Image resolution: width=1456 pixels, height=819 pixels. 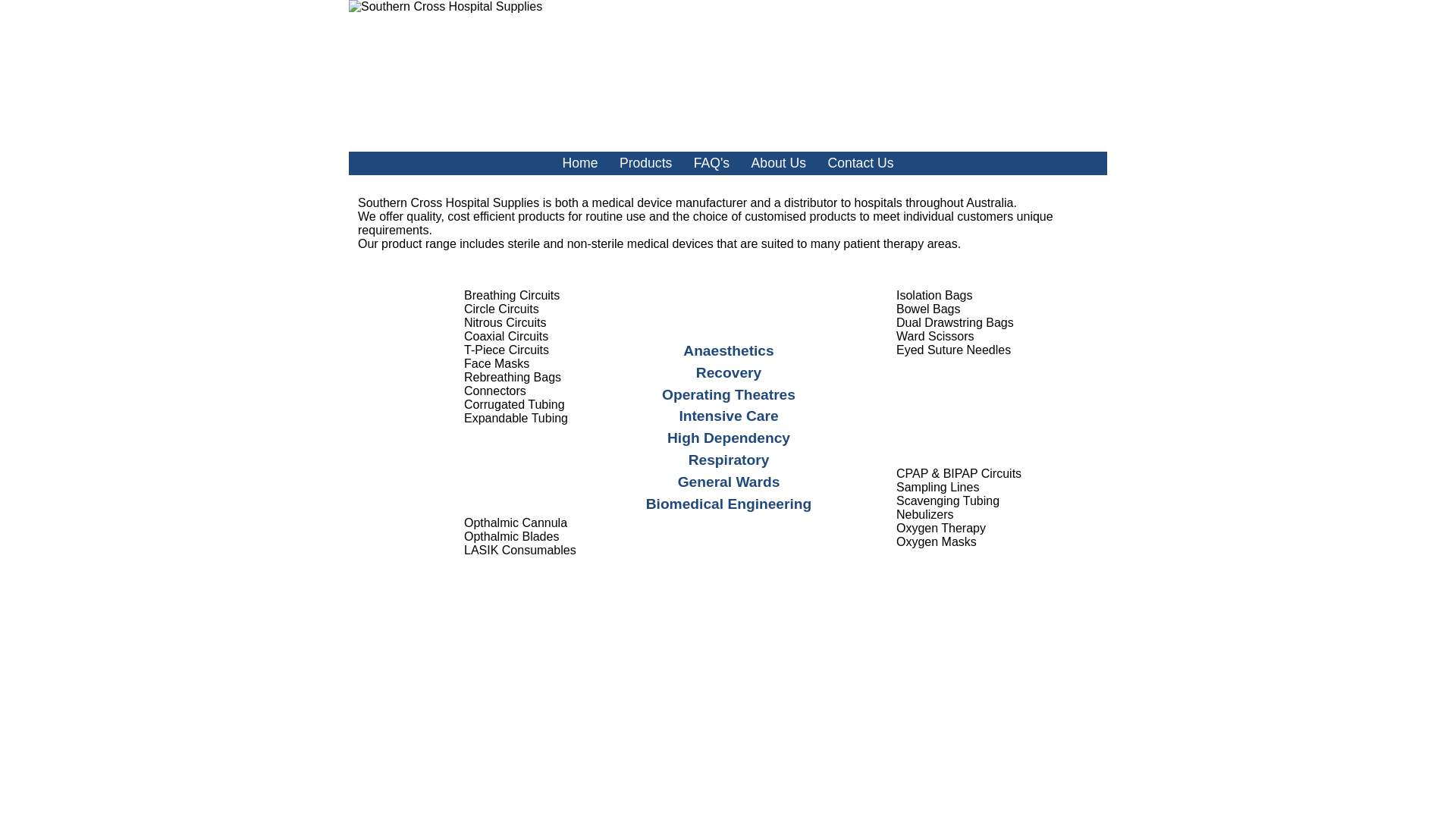 I want to click on 'Home', so click(x=579, y=163).